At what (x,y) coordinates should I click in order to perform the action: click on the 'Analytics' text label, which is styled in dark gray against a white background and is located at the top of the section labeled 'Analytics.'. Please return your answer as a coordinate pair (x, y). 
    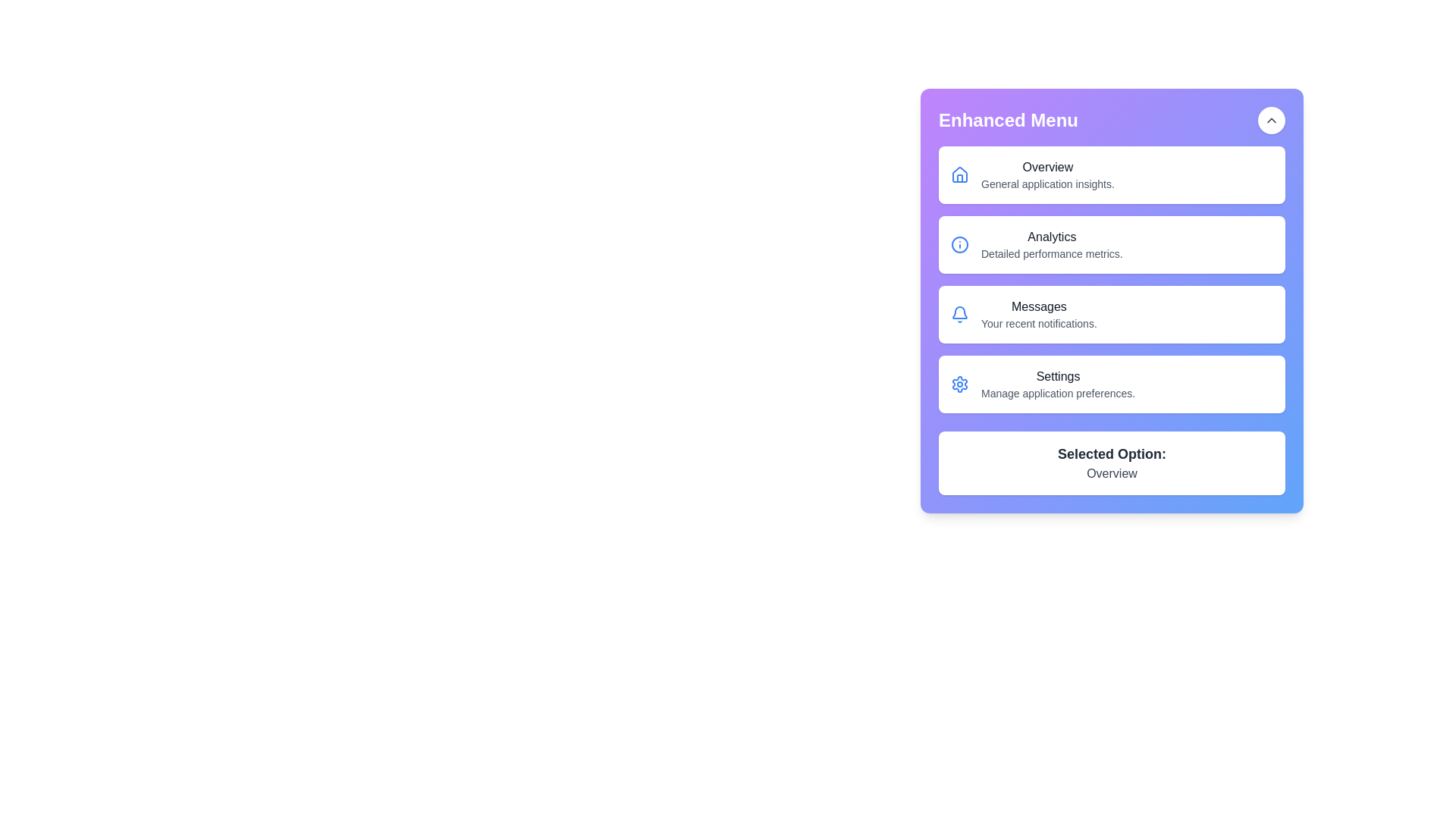
    Looking at the image, I should click on (1051, 237).